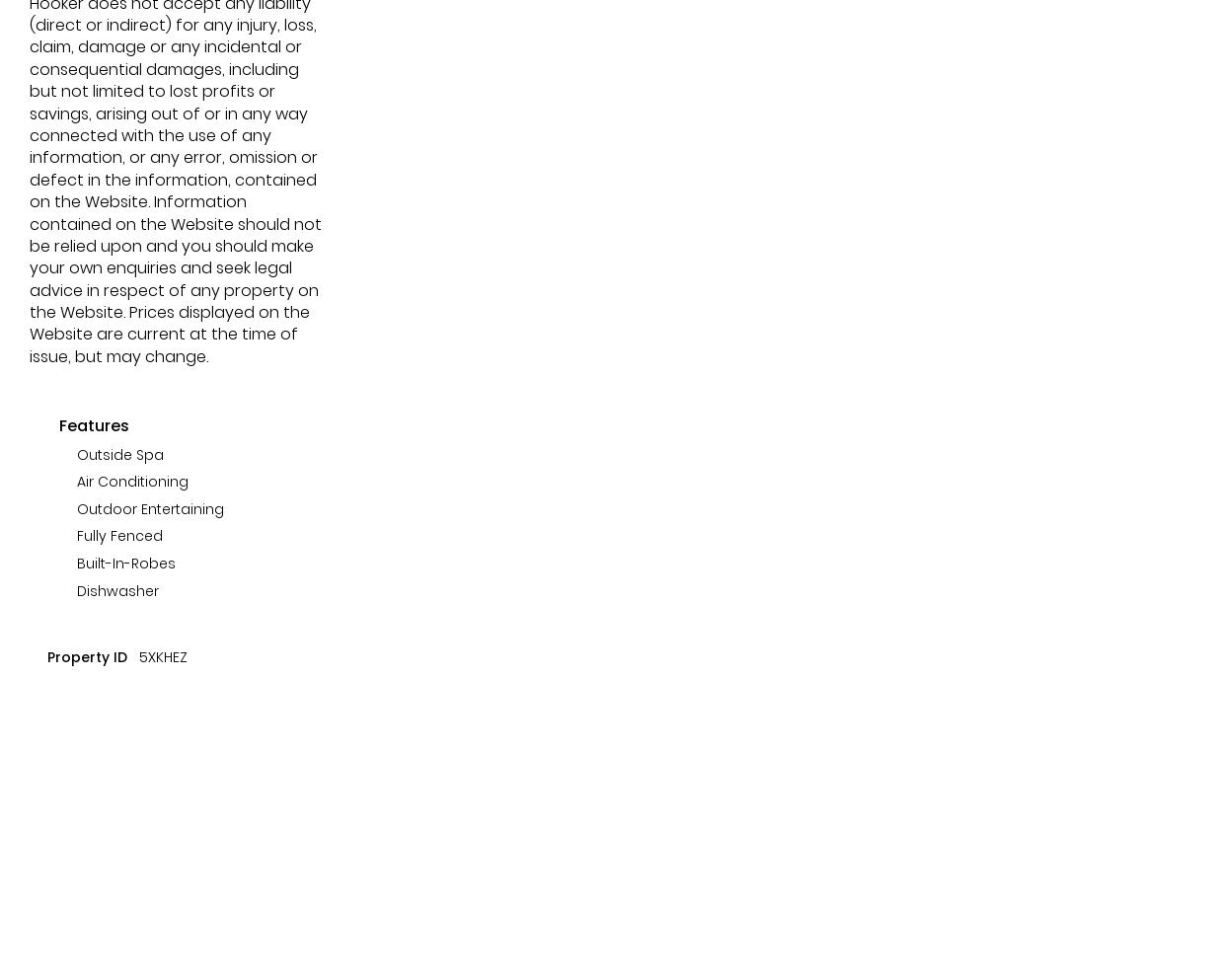 The height and width of the screenshot is (980, 1214). I want to click on 'Invest', so click(177, 168).